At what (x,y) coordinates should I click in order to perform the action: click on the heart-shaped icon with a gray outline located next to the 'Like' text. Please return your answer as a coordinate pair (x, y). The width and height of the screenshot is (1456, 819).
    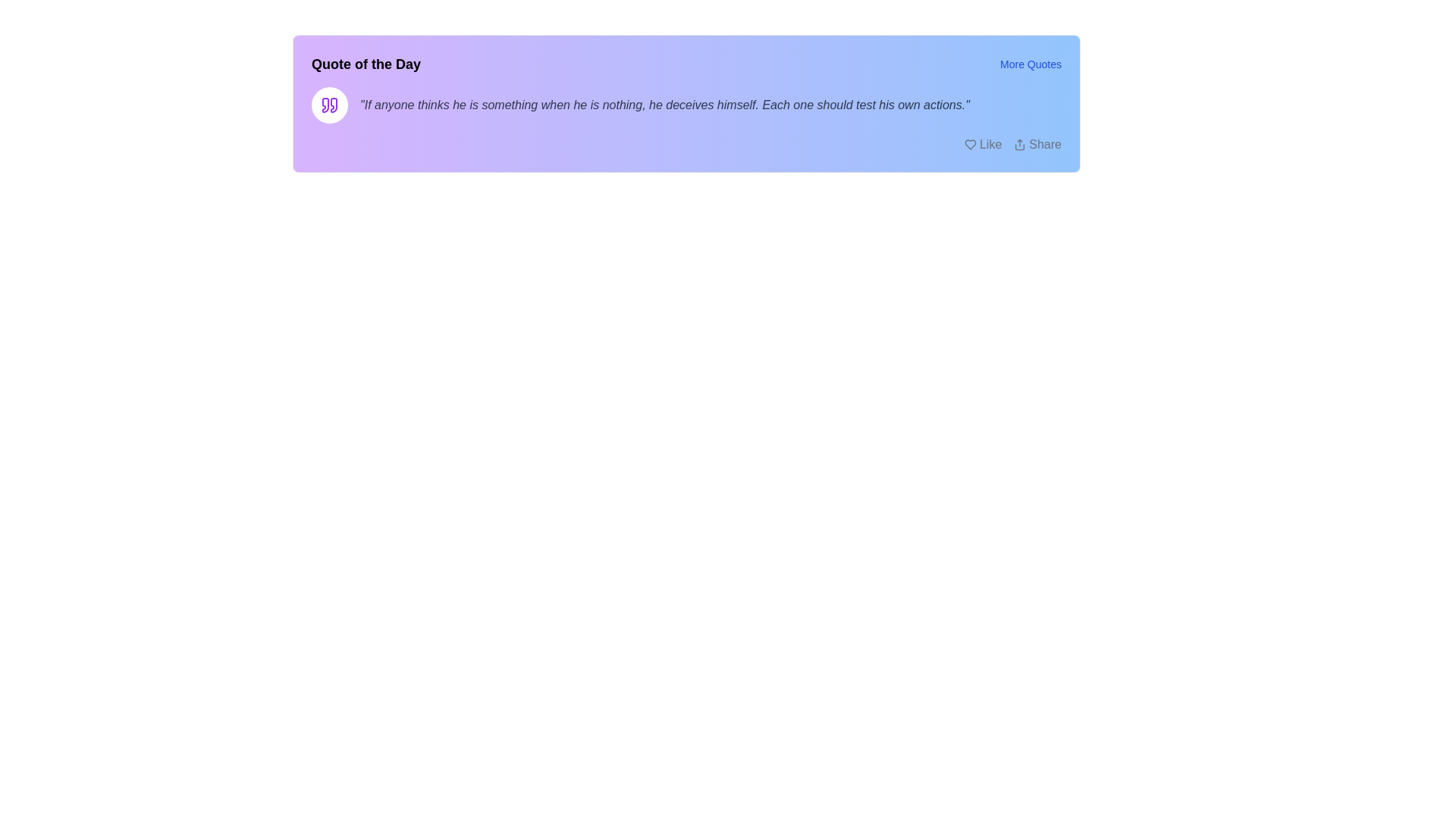
    Looking at the image, I should click on (969, 145).